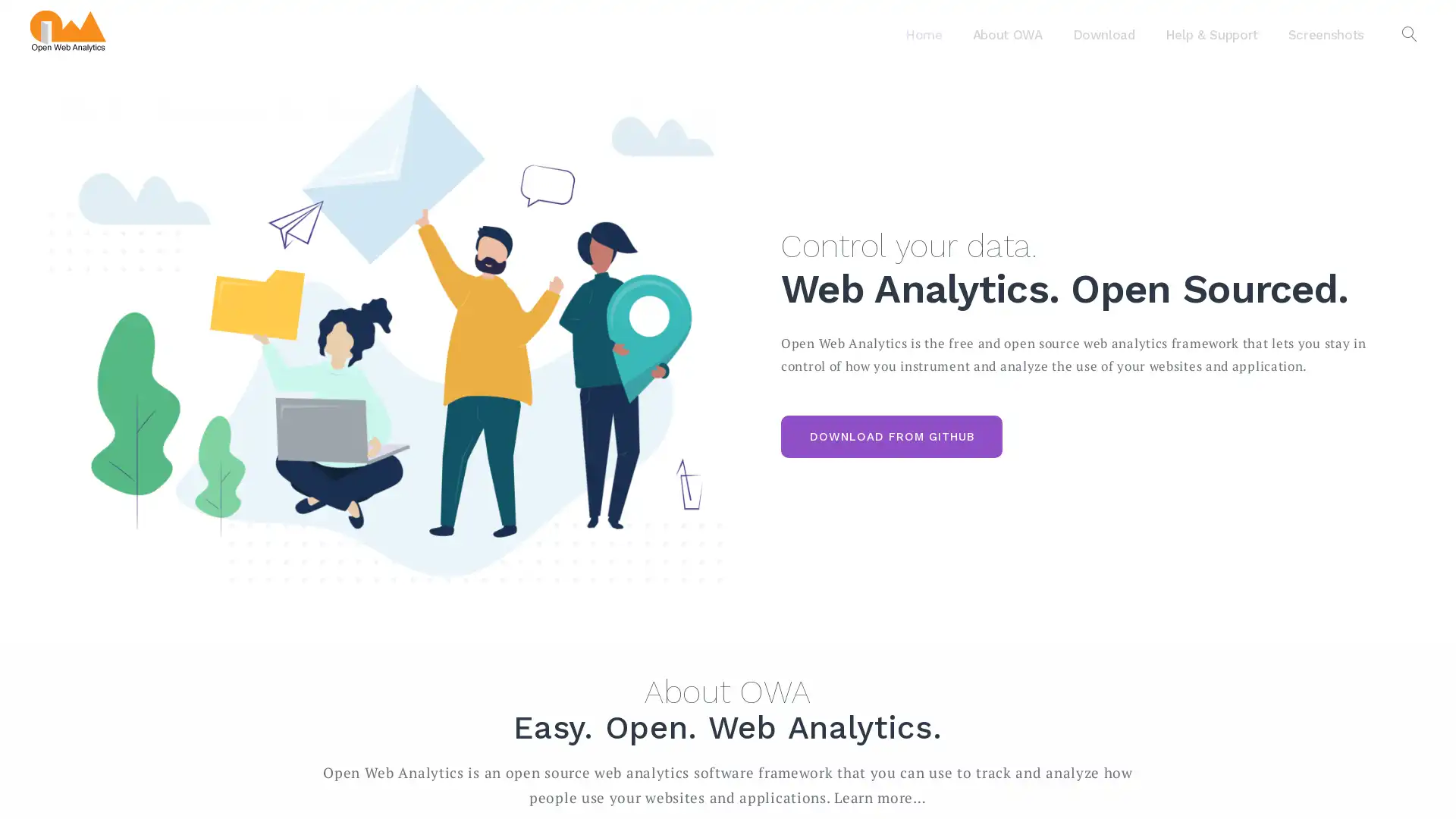  What do you see at coordinates (1409, 34) in the screenshot?
I see `OPEN SEARCH` at bounding box center [1409, 34].